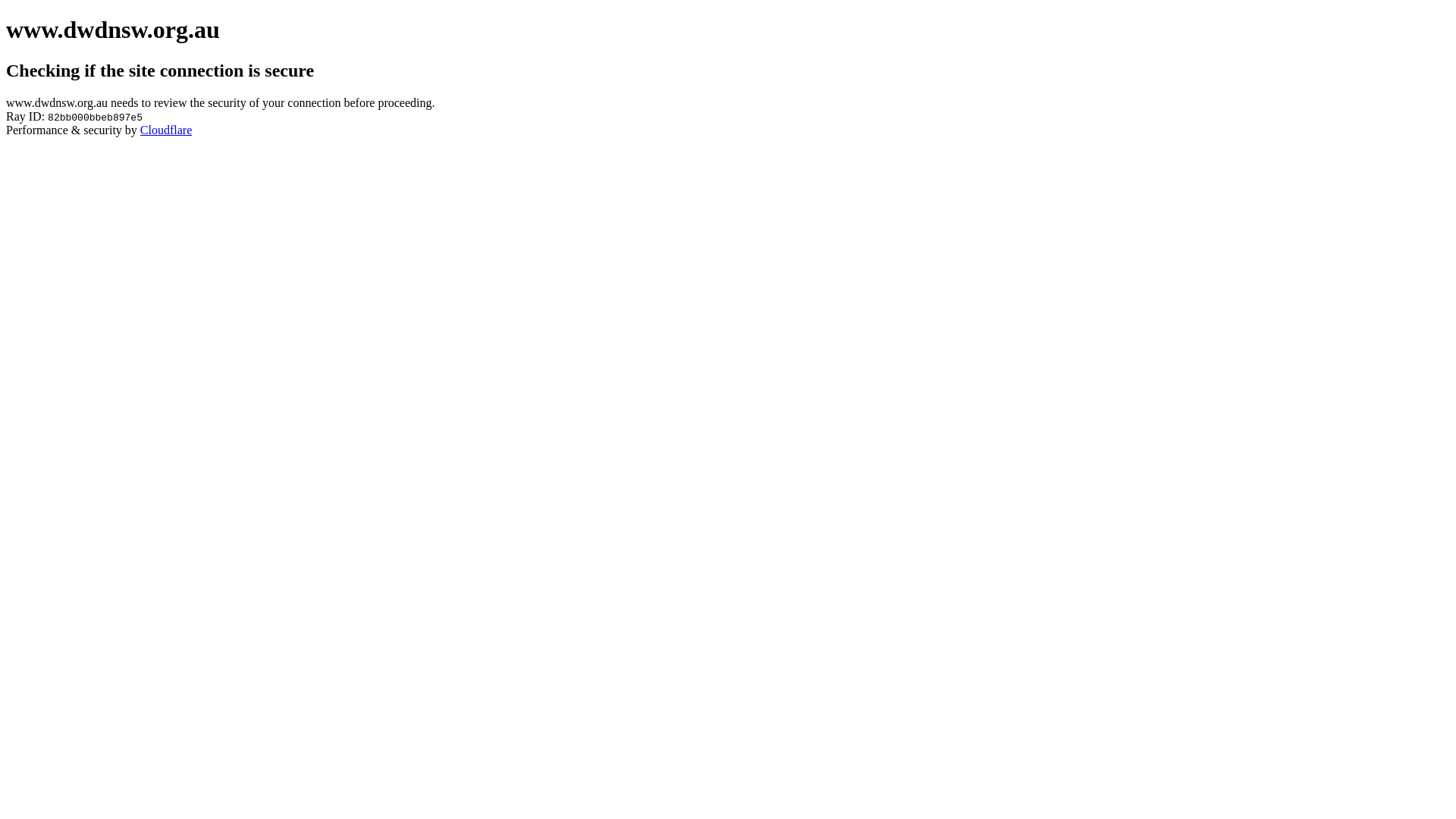 Image resolution: width=1456 pixels, height=819 pixels. I want to click on 'Cloudflare', so click(166, 129).